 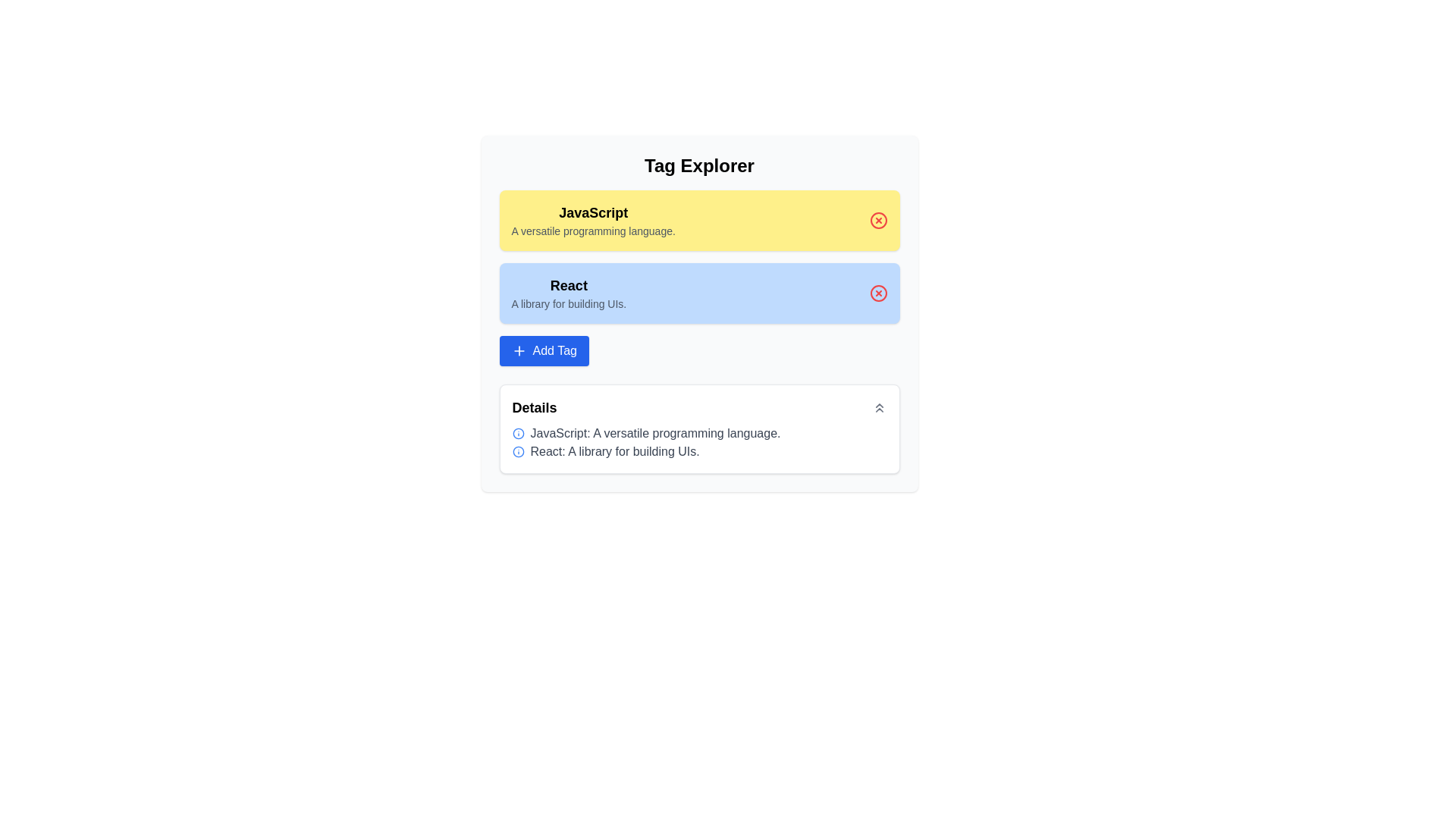 What do you see at coordinates (518, 451) in the screenshot?
I see `information icon, which is a blue circular icon with a lowercase 'i' located in the top-left corner of the 'React' description area in the 'Details' section` at bounding box center [518, 451].